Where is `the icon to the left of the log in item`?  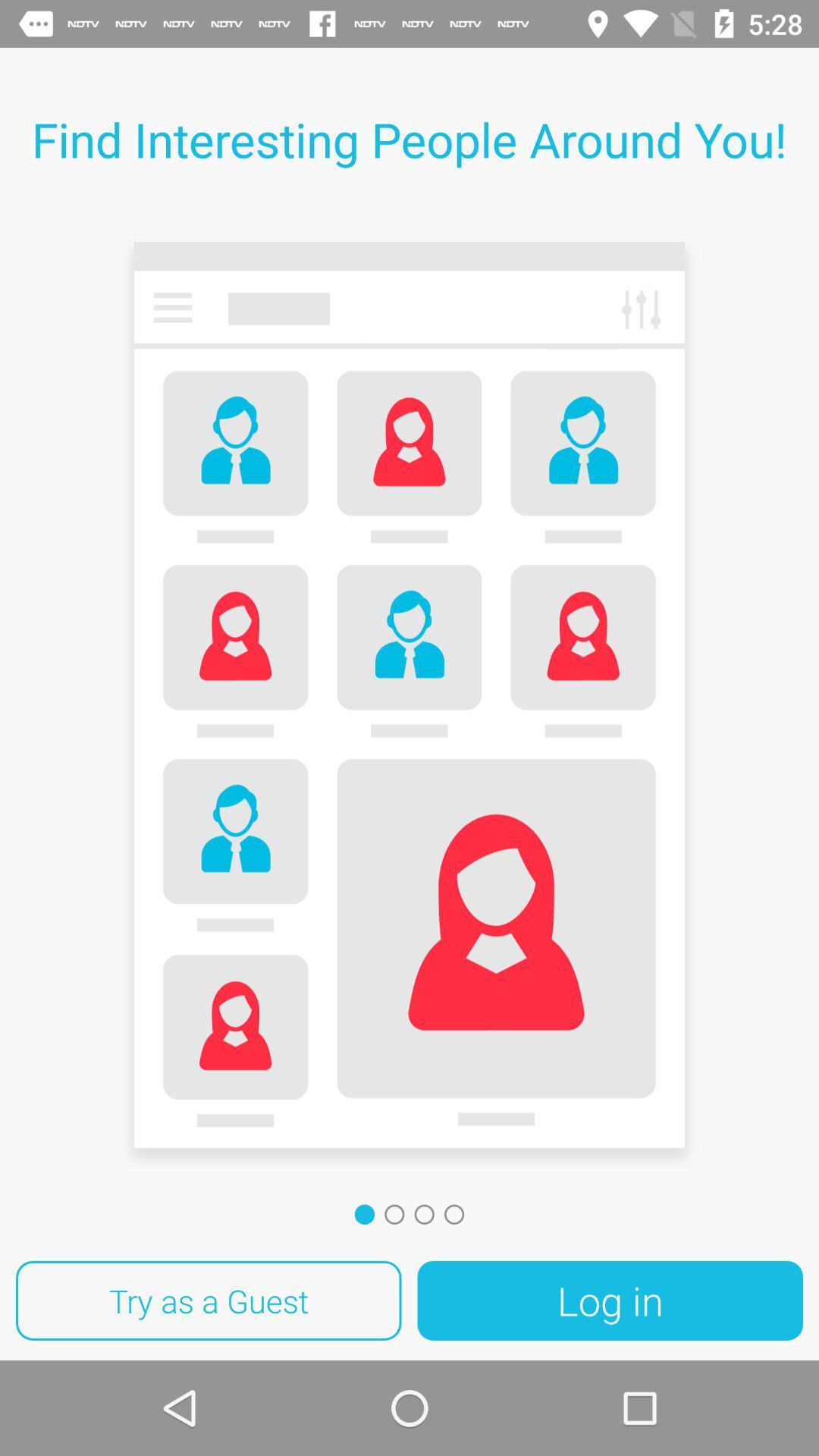
the icon to the left of the log in item is located at coordinates (209, 1300).